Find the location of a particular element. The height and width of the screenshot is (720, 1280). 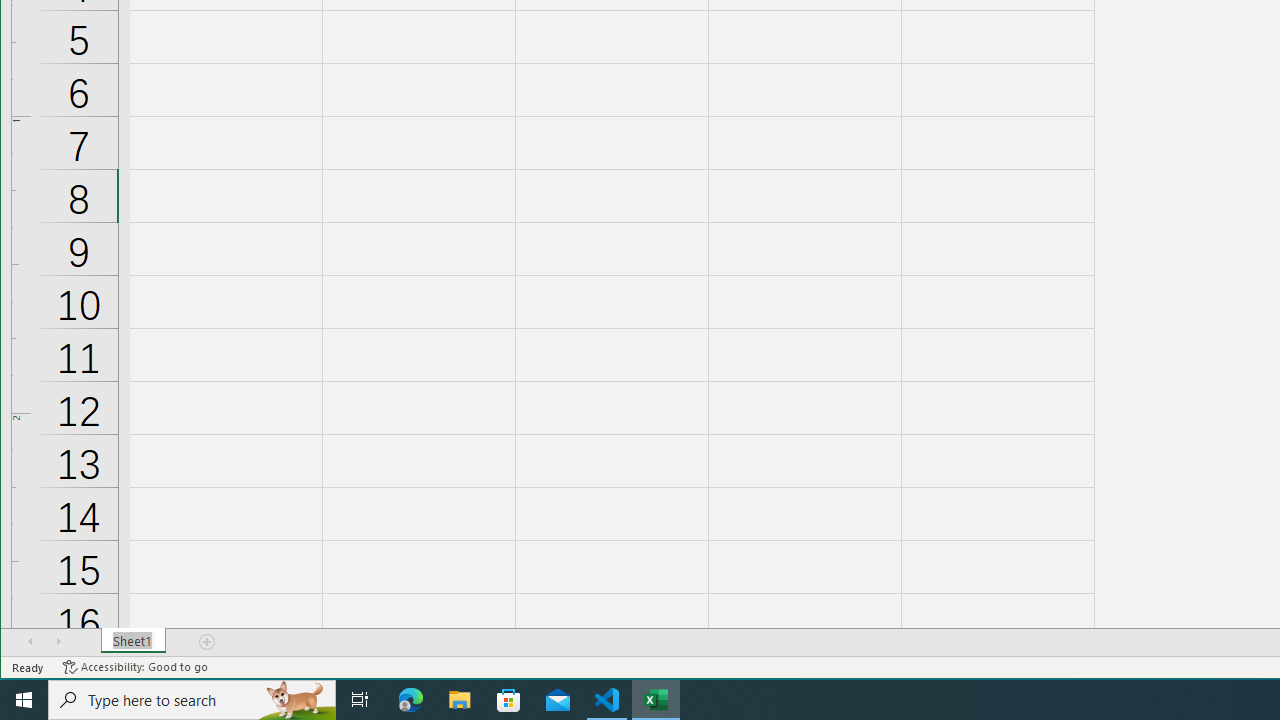

'Microsoft Store' is located at coordinates (509, 698).